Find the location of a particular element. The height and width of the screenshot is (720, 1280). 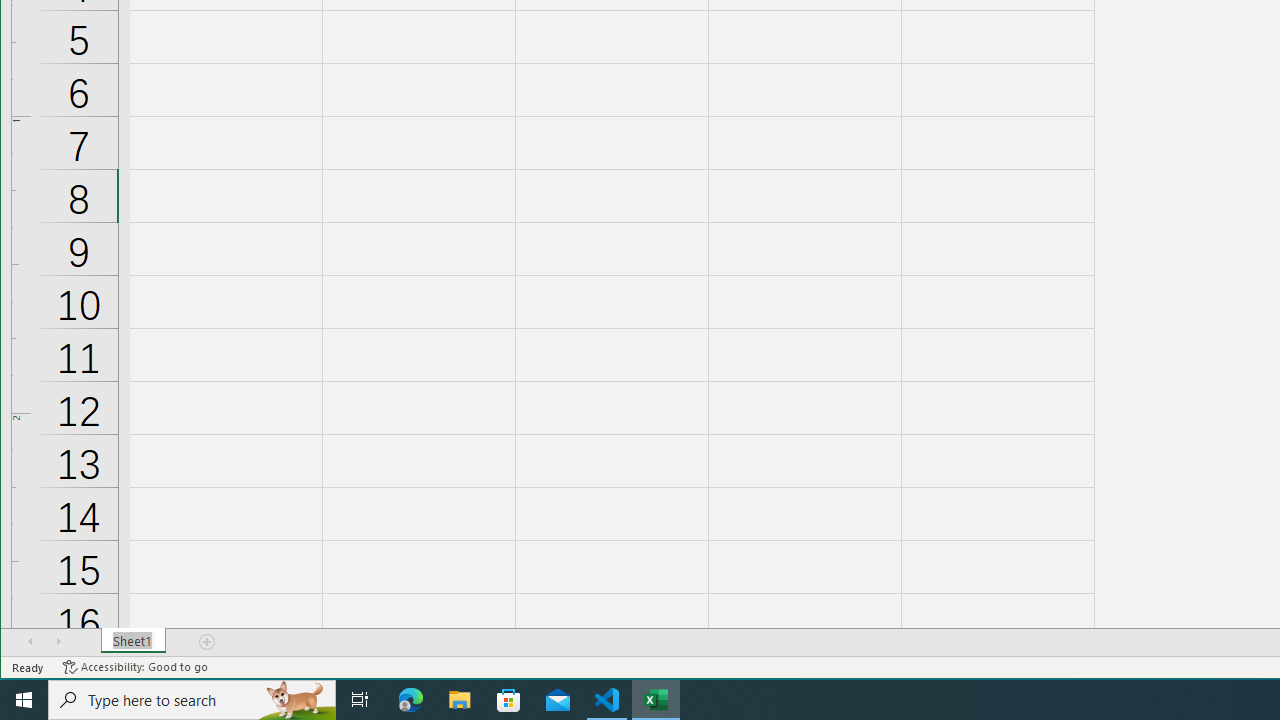

'Microsoft Store' is located at coordinates (509, 698).